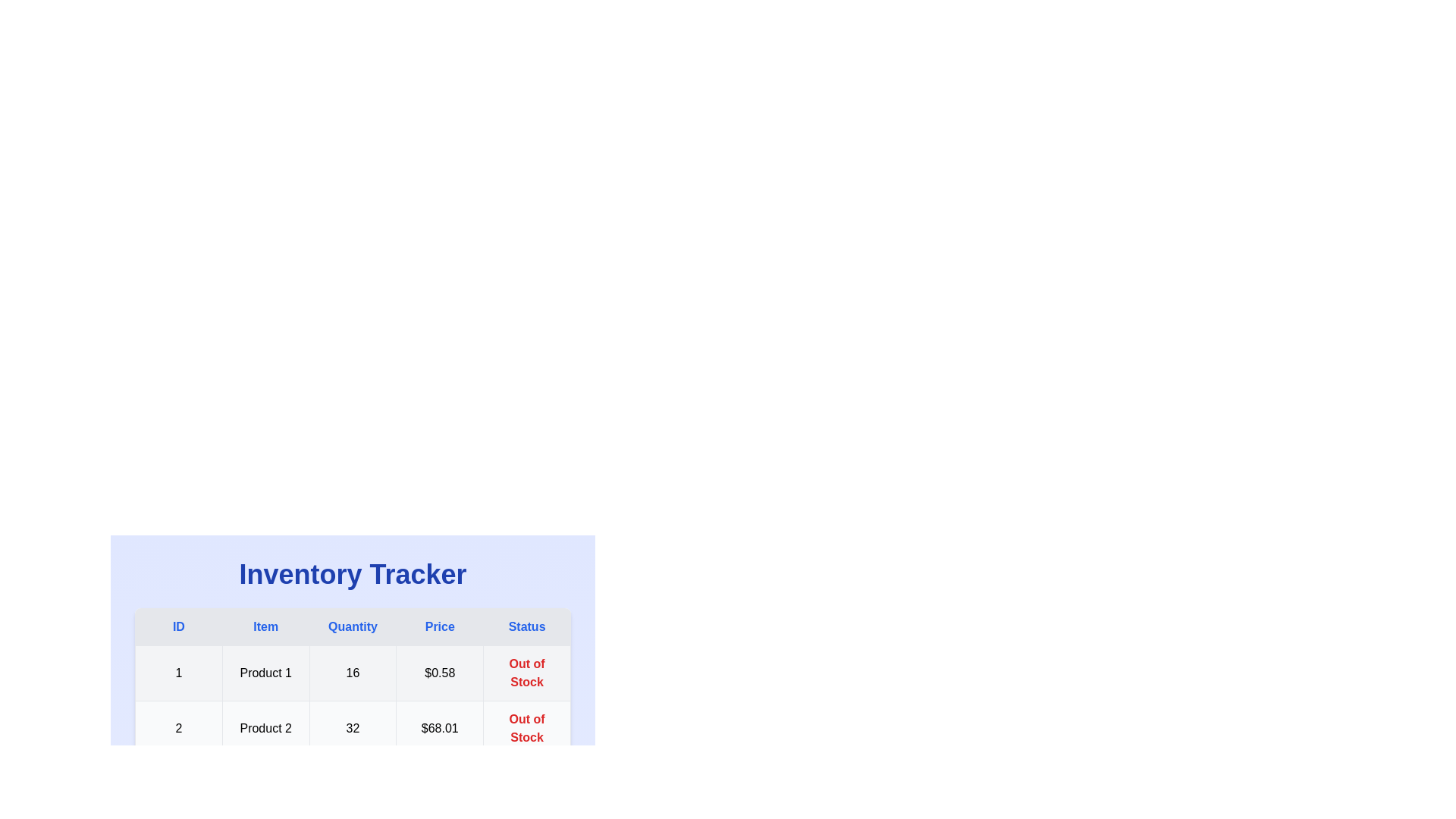 This screenshot has height=819, width=1456. What do you see at coordinates (352, 727) in the screenshot?
I see `the row corresponding to 2` at bounding box center [352, 727].